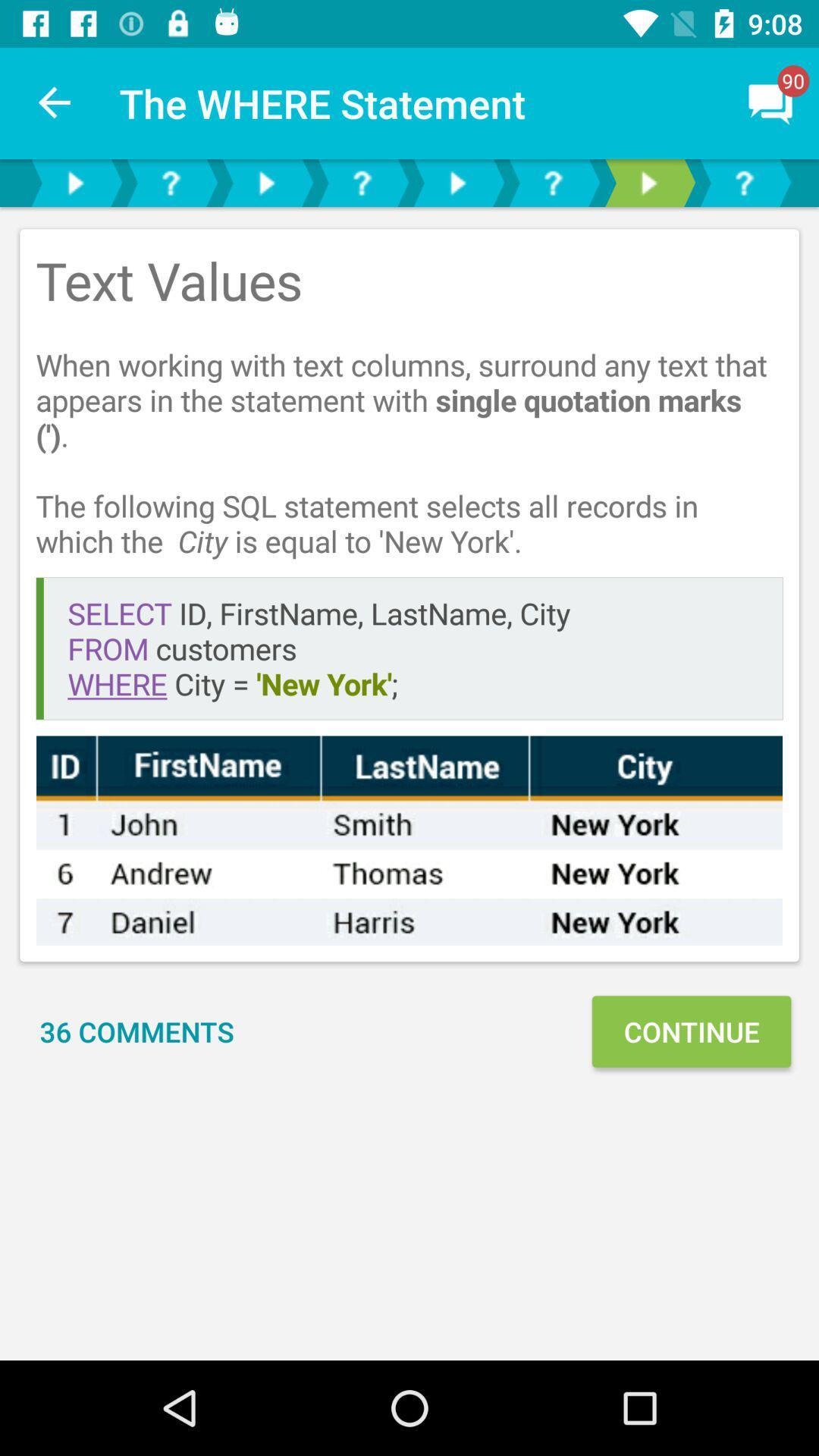 The width and height of the screenshot is (819, 1456). Describe the element at coordinates (75, 182) in the screenshot. I see `next` at that location.